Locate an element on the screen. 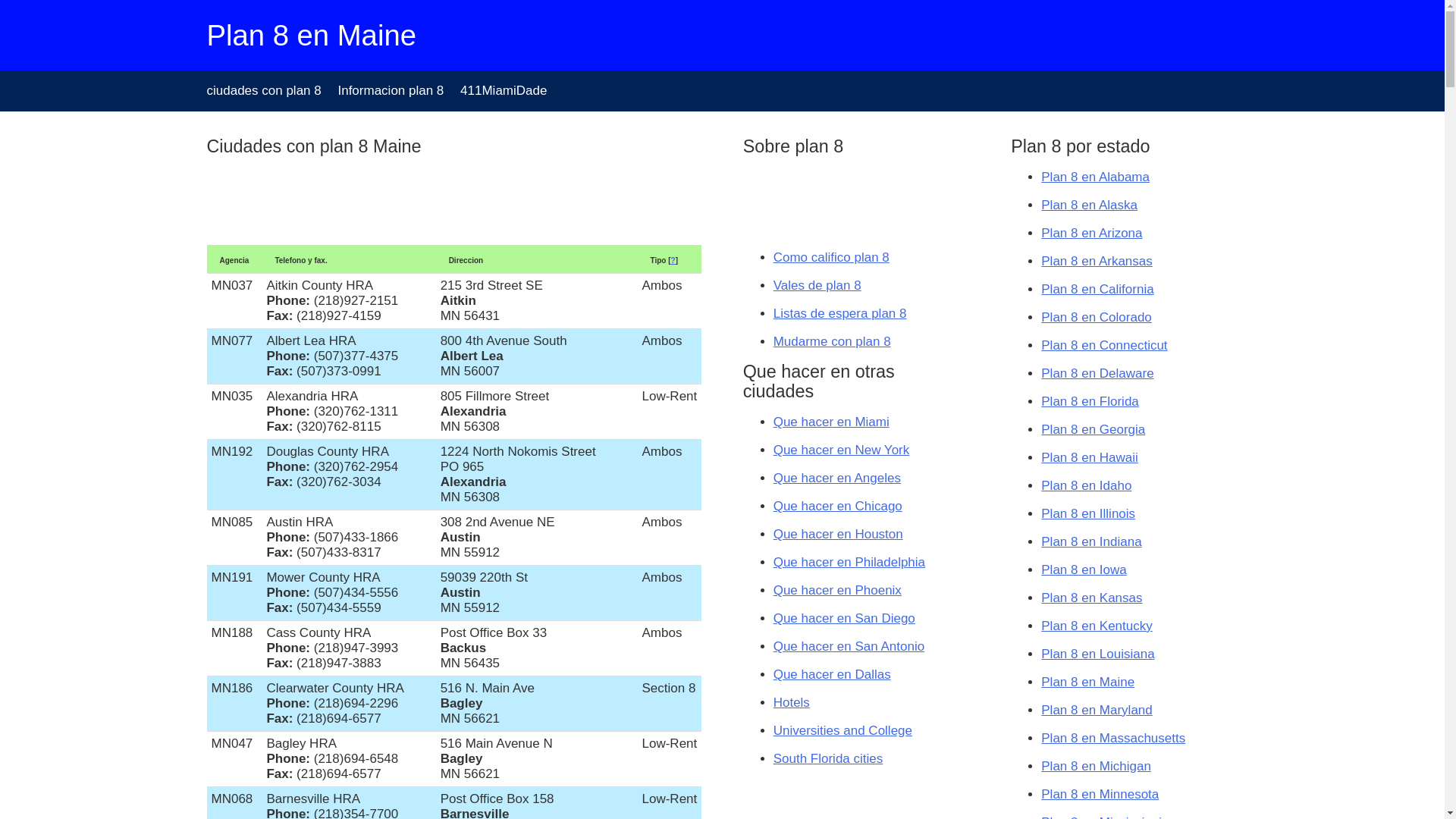  'Albert Lea HRA' is located at coordinates (265, 340).